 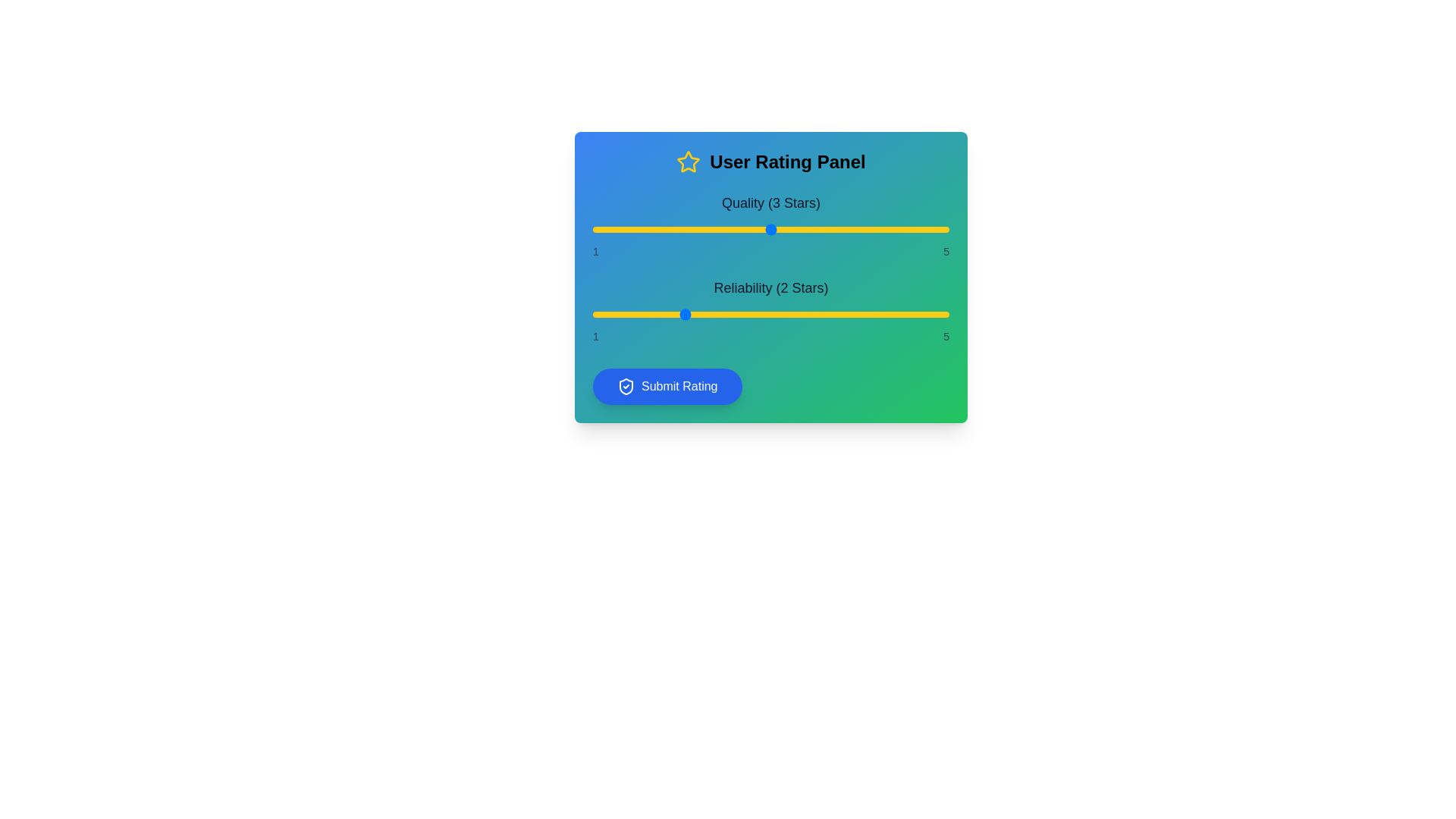 I want to click on the 'Reliability' slider to 4 stars, so click(x=860, y=314).